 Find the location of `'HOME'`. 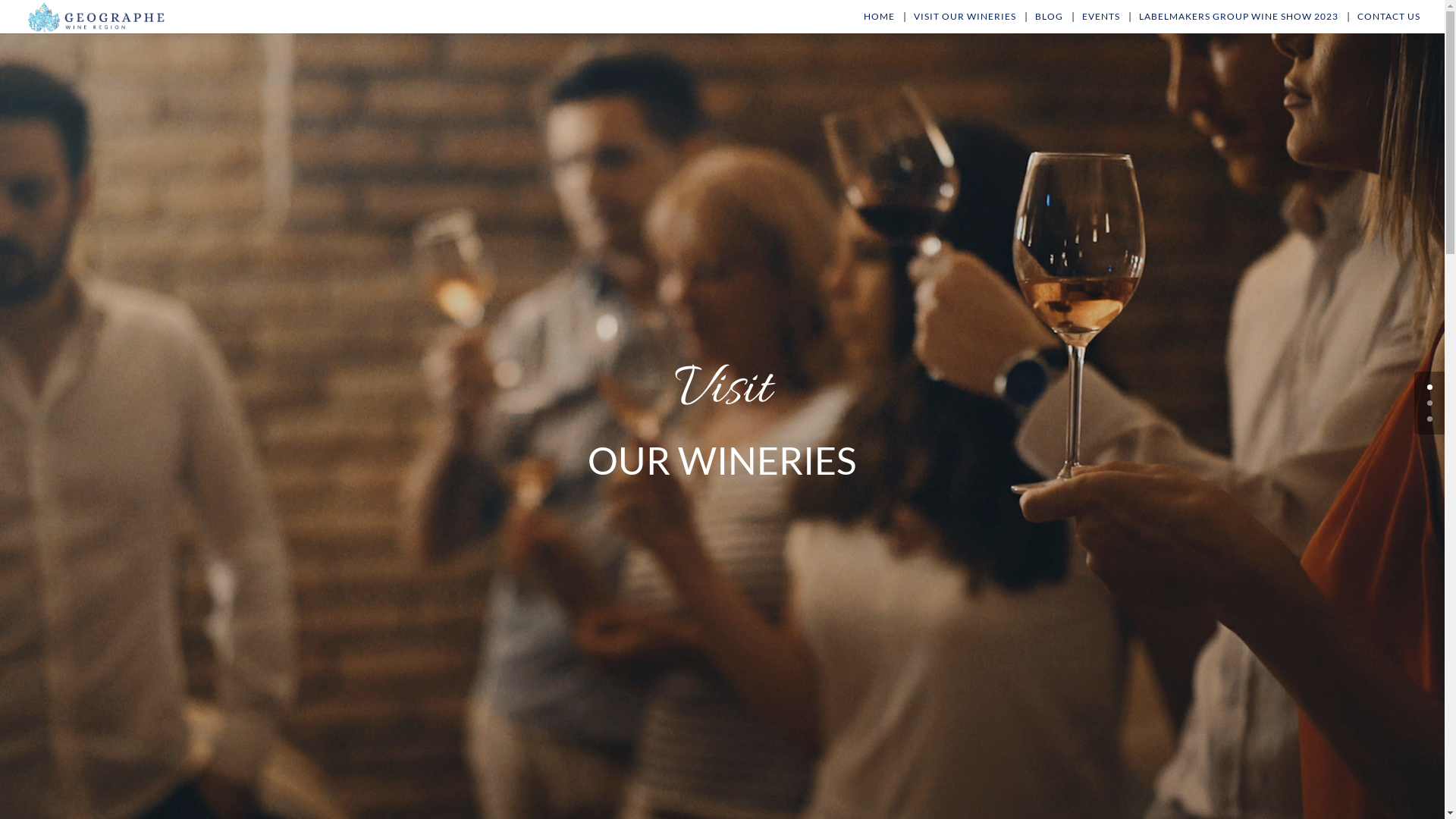

'HOME' is located at coordinates (879, 22).